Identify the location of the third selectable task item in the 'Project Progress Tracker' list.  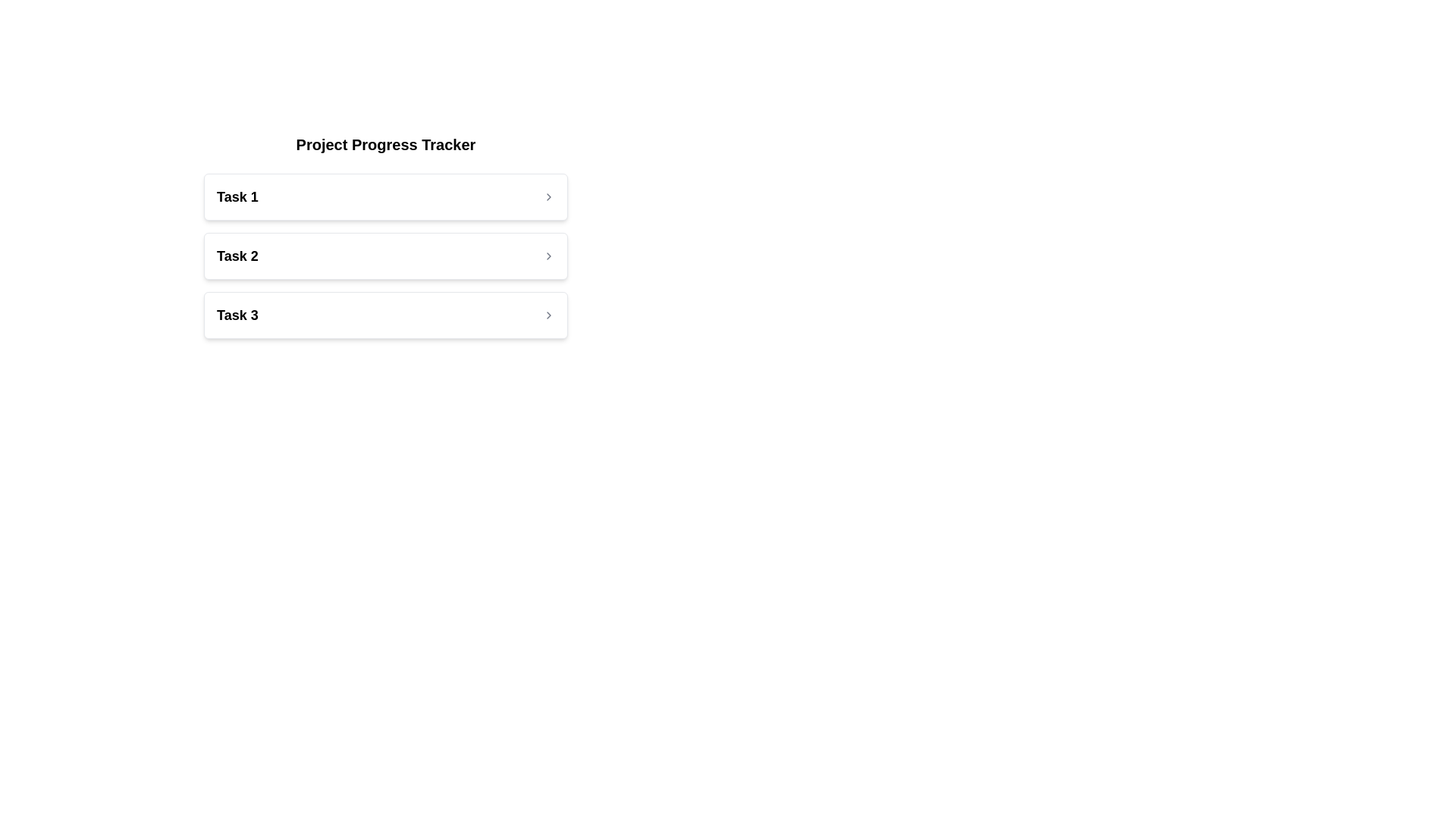
(385, 315).